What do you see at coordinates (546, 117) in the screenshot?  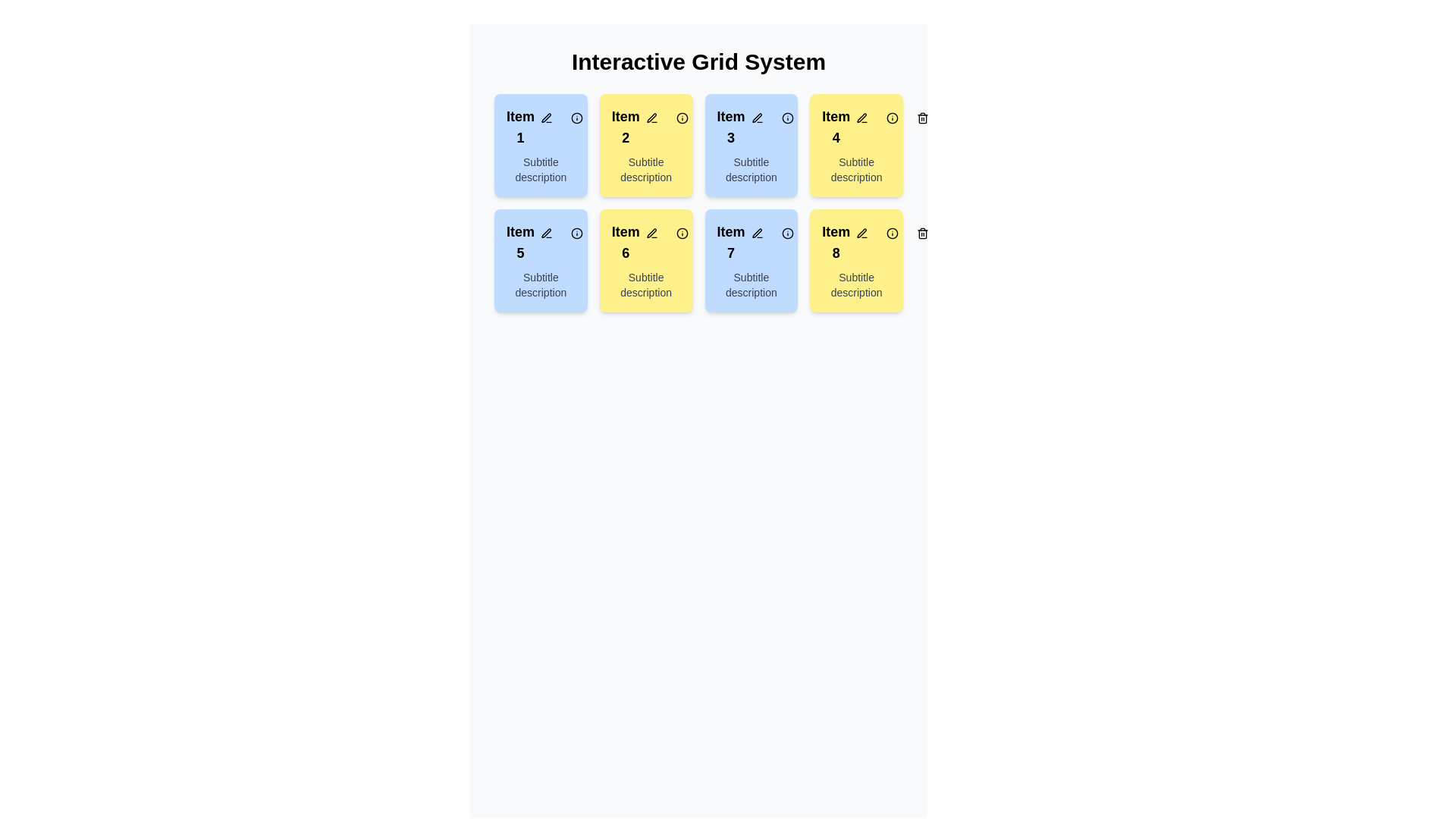 I see `the circular button with a pen icon in the top-right corner of the light blue card labeled 'Item 1', which is the first of three action buttons for this item` at bounding box center [546, 117].